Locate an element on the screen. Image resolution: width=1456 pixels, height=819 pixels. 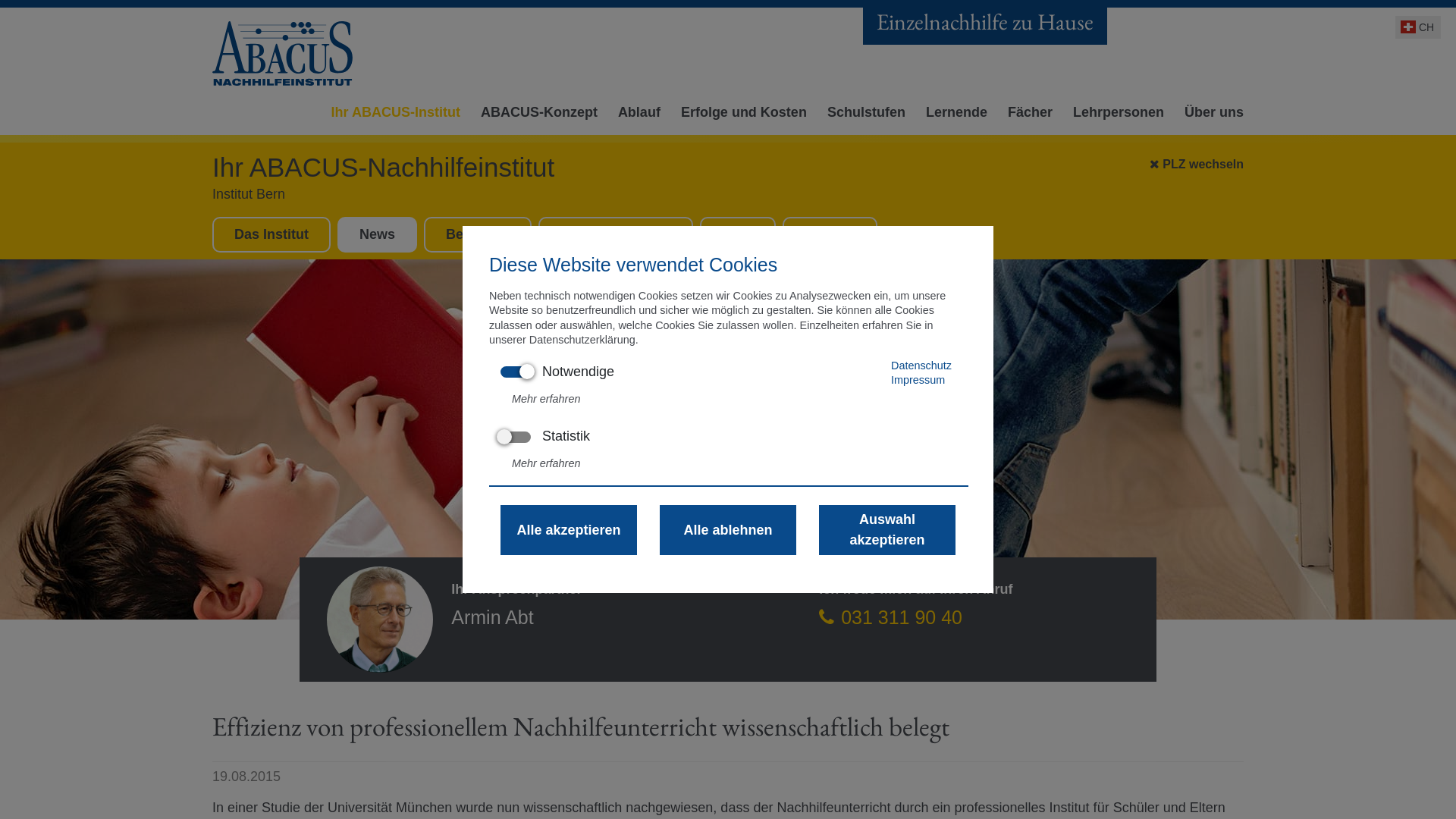
'Datenschutz' is located at coordinates (891, 366).